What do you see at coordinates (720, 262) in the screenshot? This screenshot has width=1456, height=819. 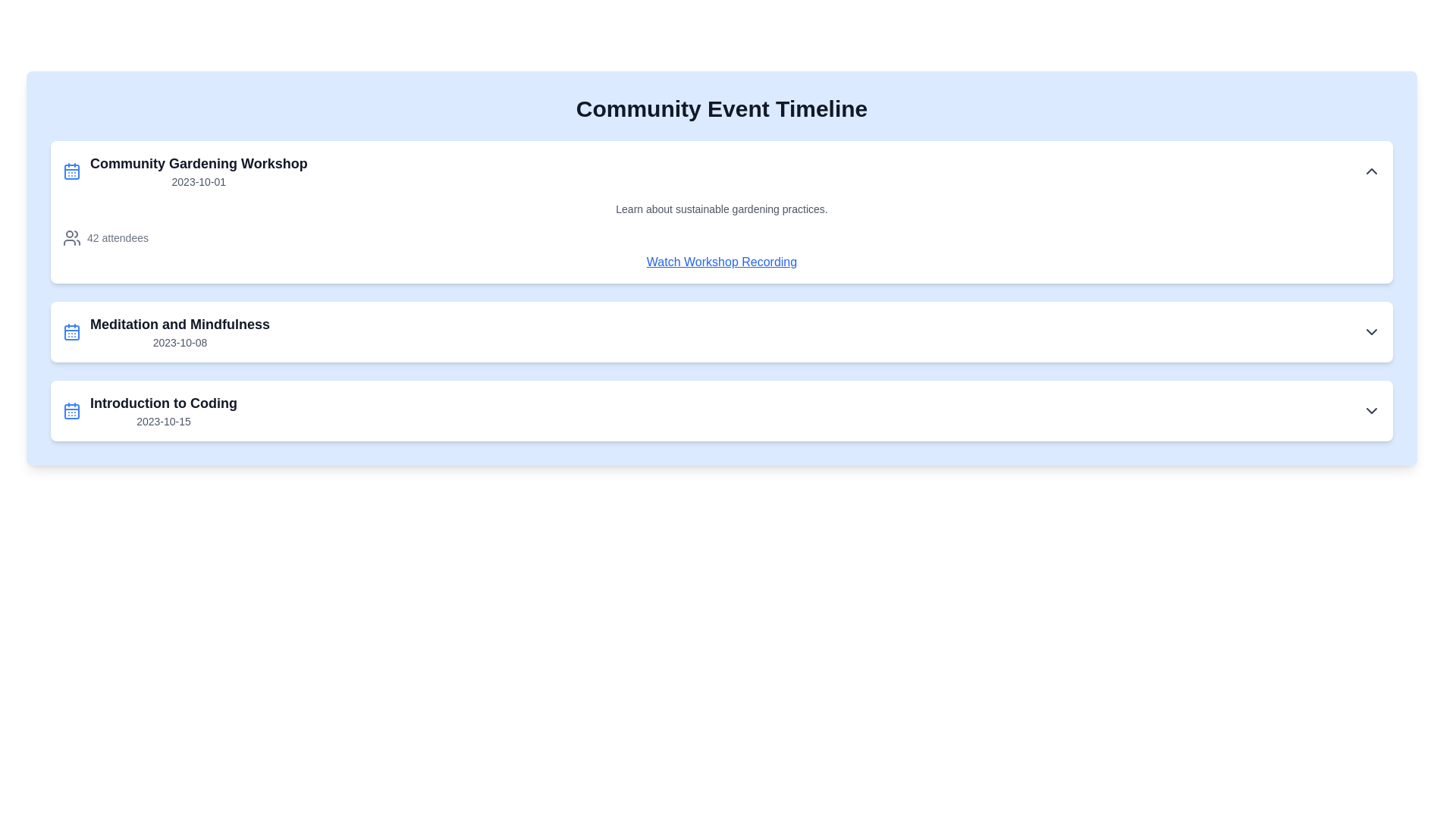 I see `the hyperlink located under the 'Community Event Timeline' heading, directly below the text 'Learn about sustainable gardening practices,'` at bounding box center [720, 262].